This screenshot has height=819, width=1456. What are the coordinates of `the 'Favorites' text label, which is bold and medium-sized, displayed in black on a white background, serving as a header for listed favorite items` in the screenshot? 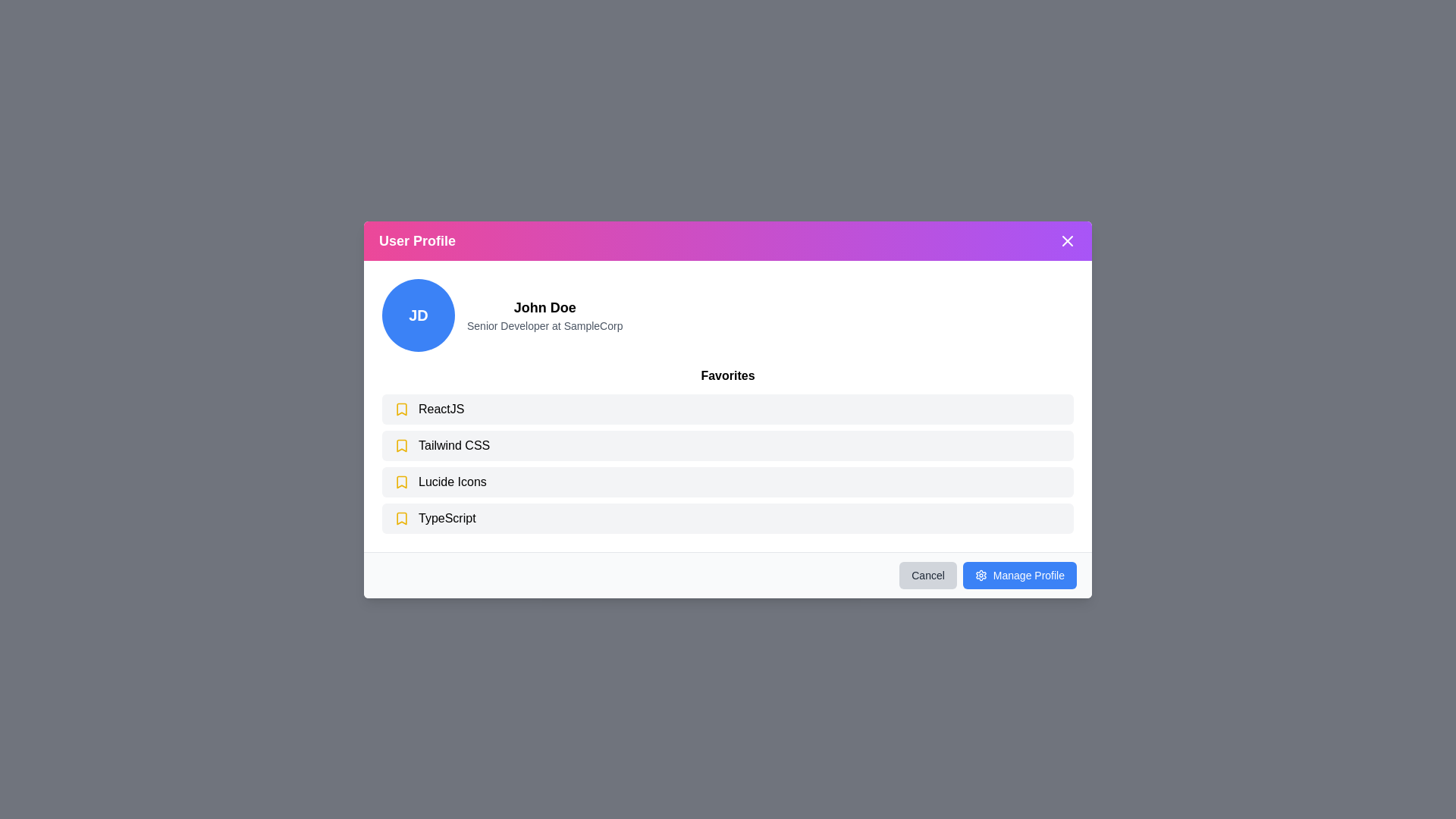 It's located at (728, 375).